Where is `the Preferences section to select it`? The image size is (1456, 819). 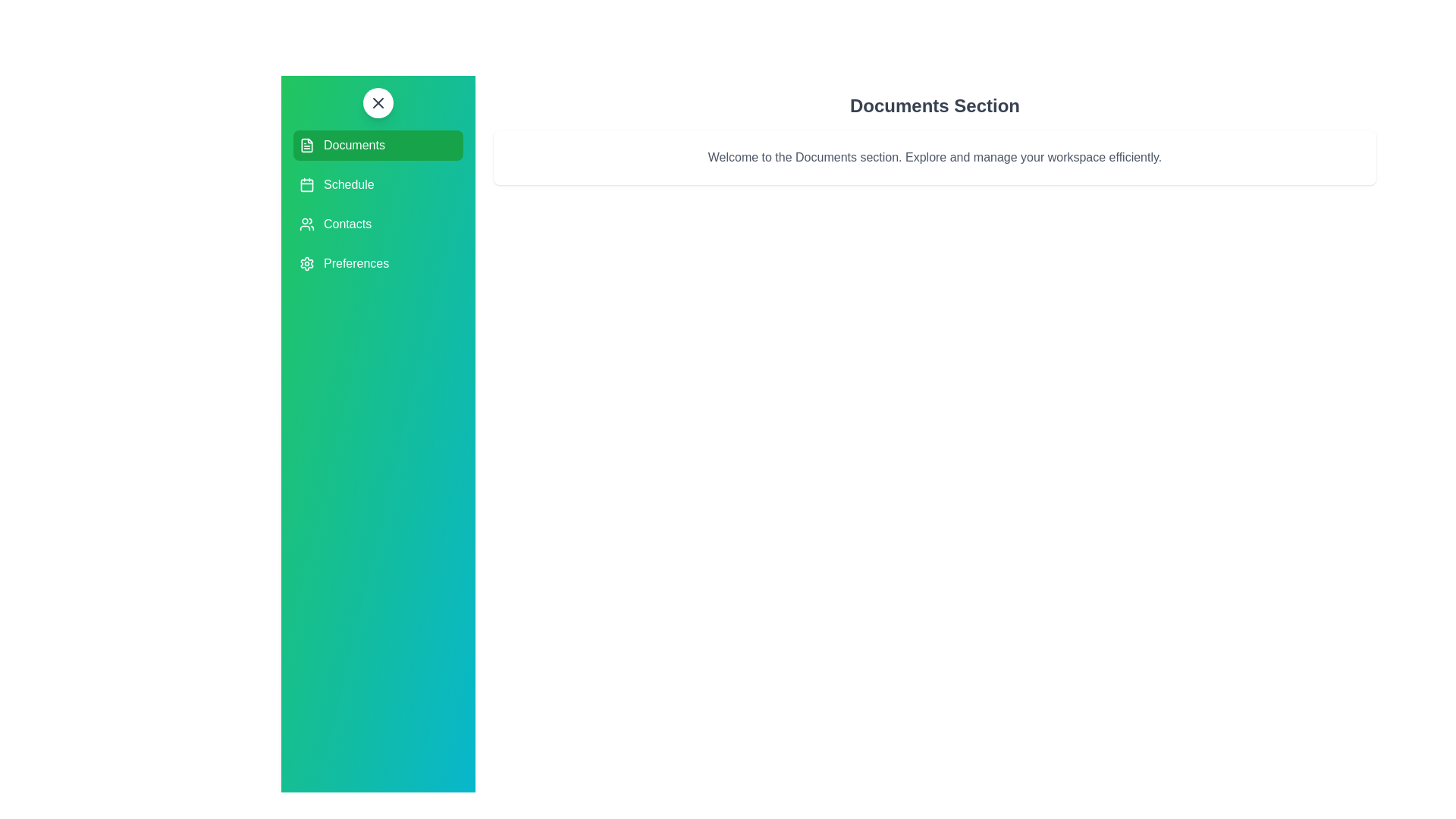
the Preferences section to select it is located at coordinates (378, 262).